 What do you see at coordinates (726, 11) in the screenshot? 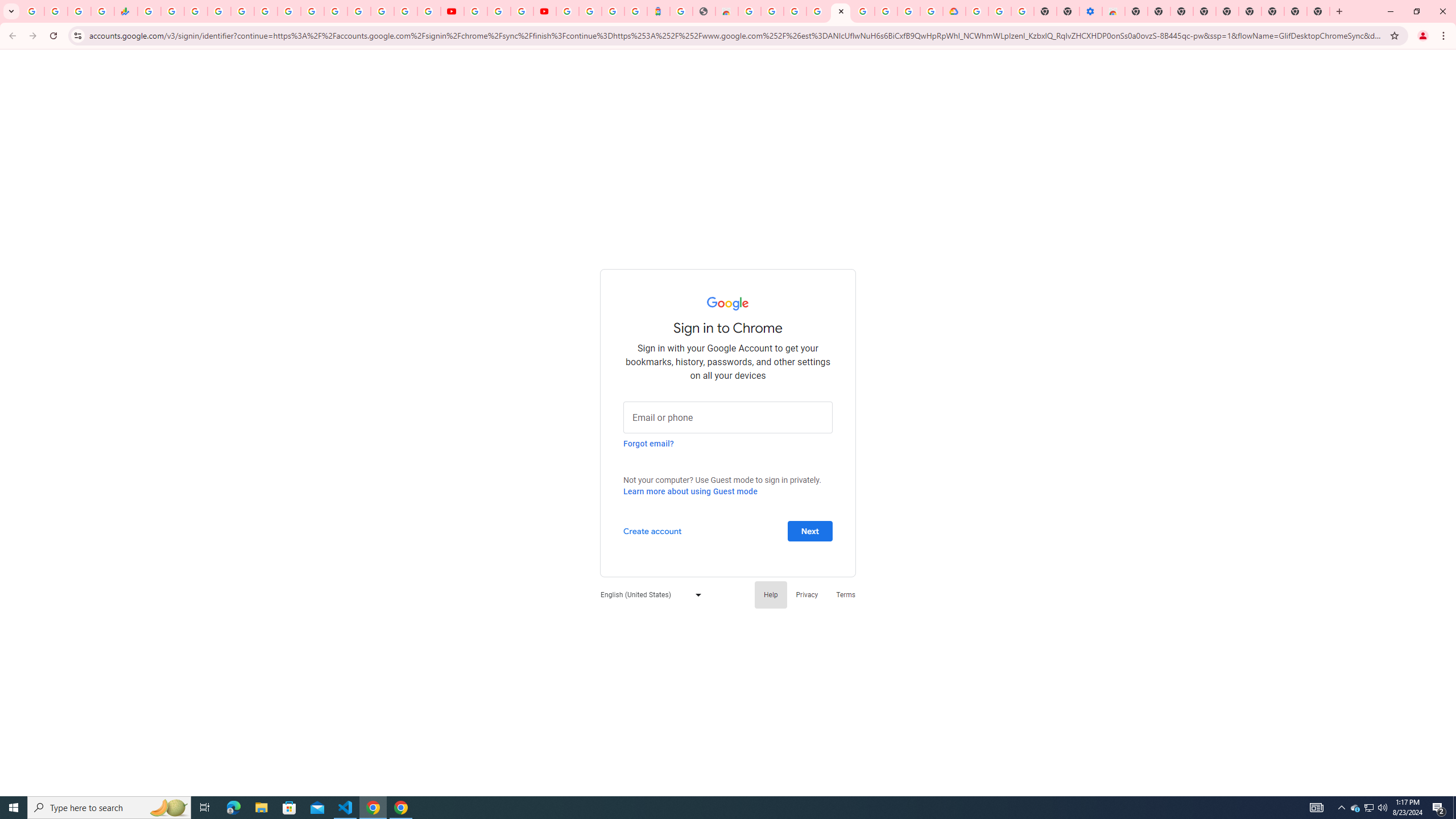
I see `'Chrome Web Store - Household'` at bounding box center [726, 11].